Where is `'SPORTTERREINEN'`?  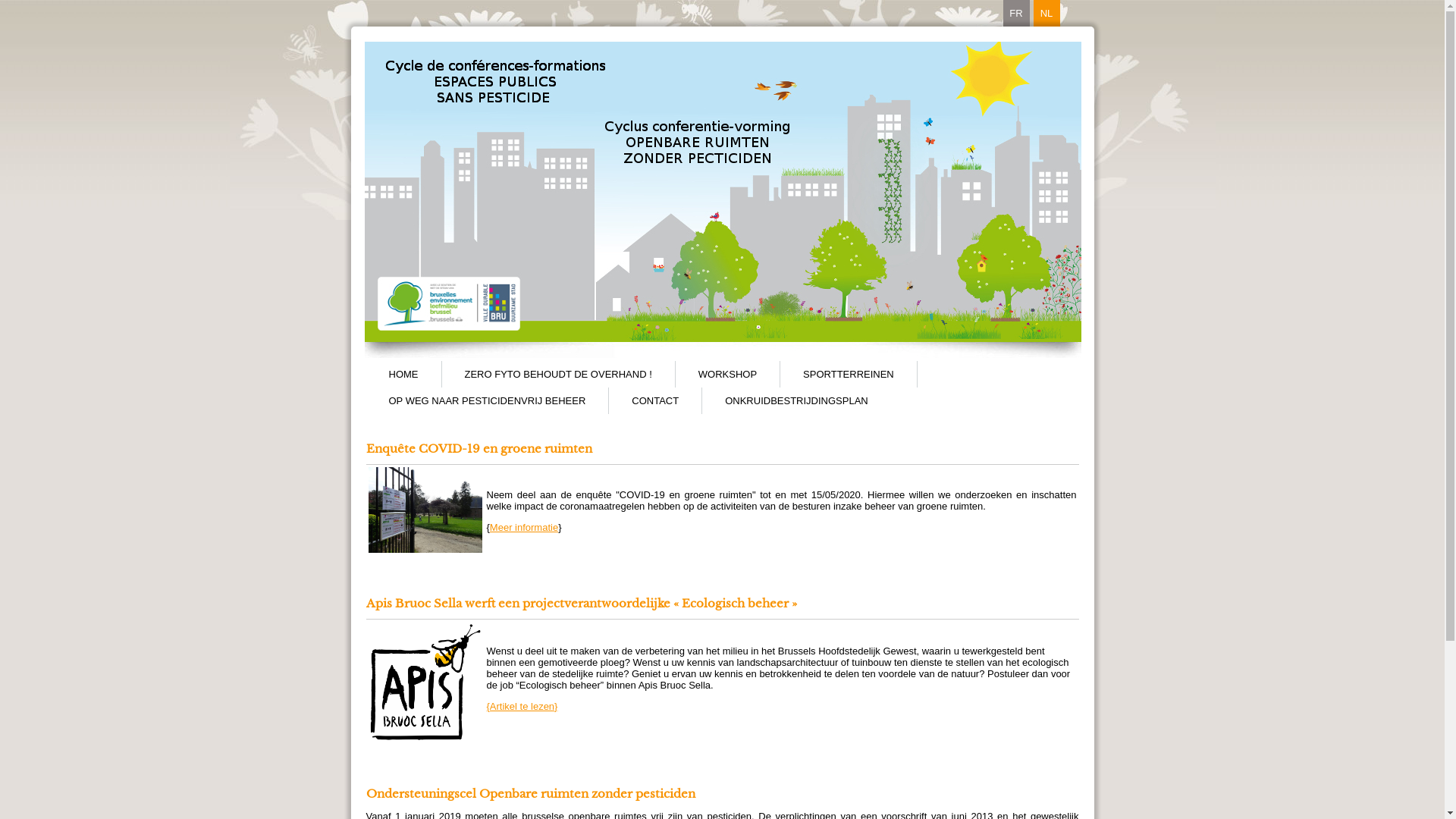
'SPORTTERREINEN' is located at coordinates (802, 374).